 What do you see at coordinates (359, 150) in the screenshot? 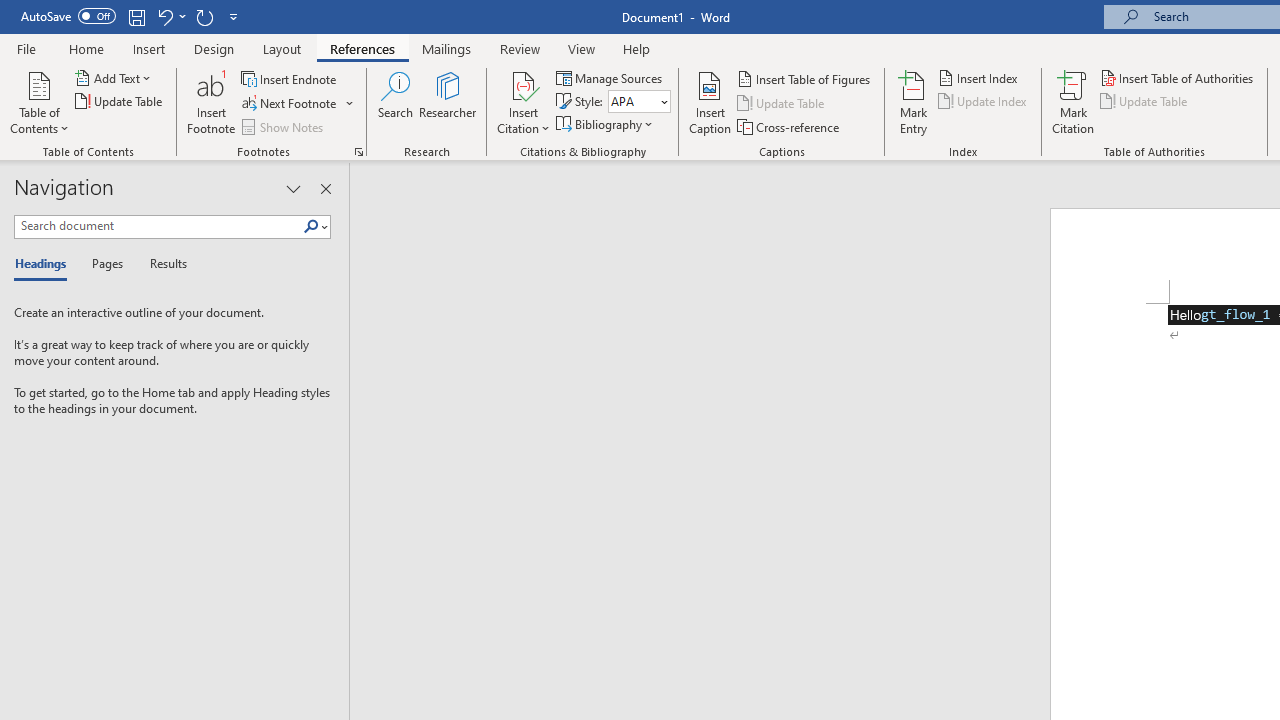
I see `'Footnote and Endnote Dialog...'` at bounding box center [359, 150].